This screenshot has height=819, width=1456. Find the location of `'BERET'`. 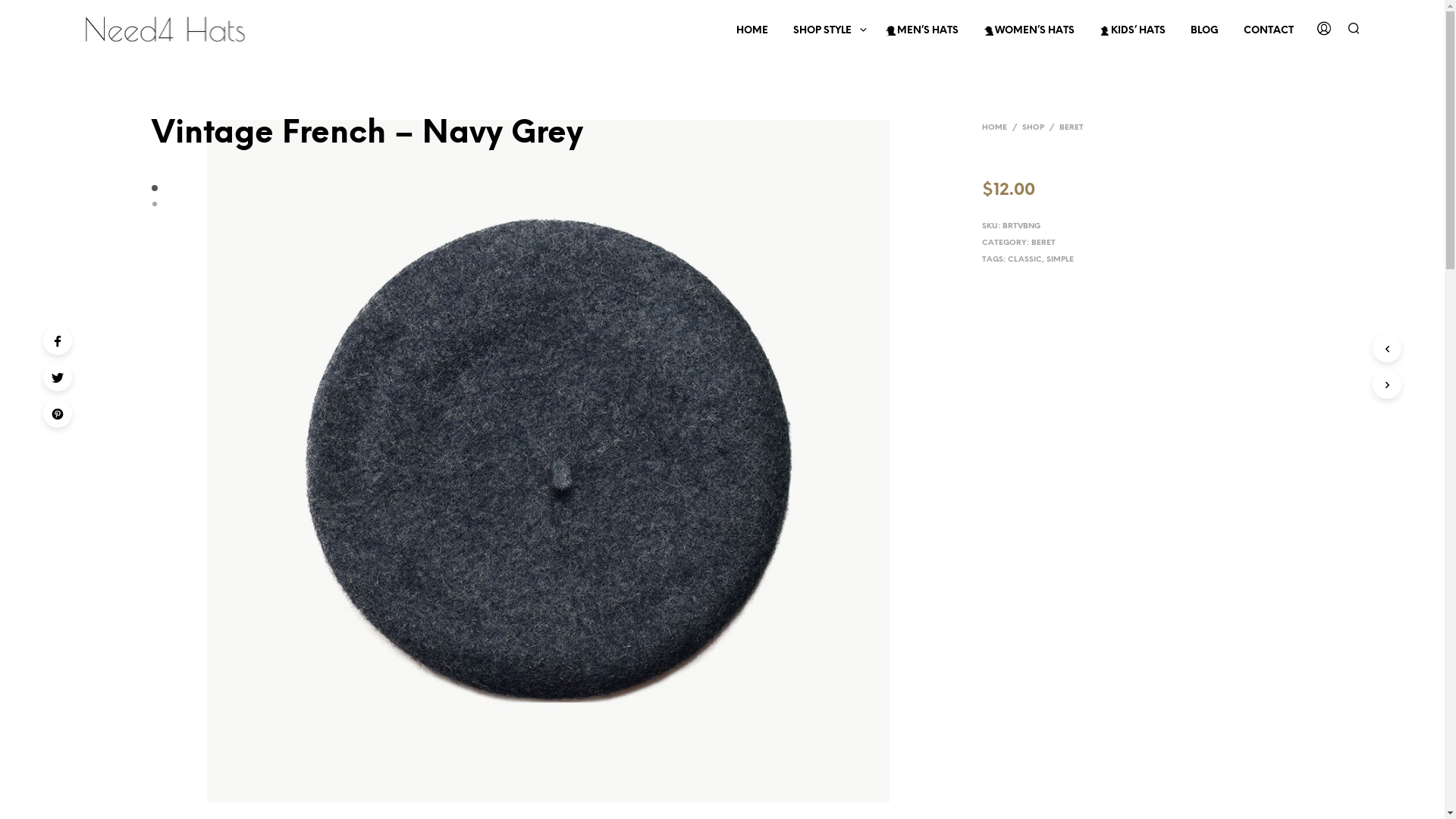

'BERET' is located at coordinates (1070, 127).